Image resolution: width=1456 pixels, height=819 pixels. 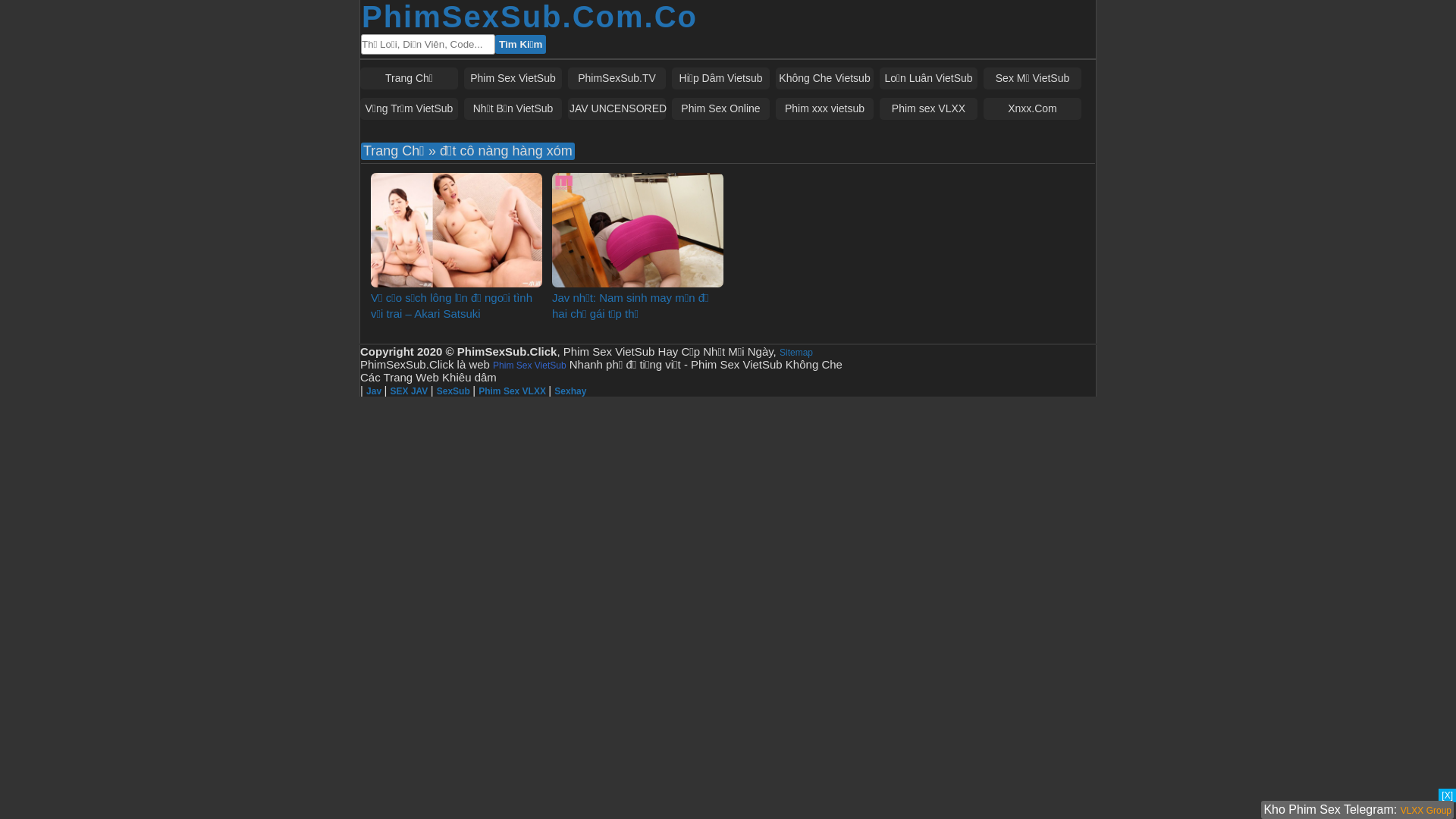 I want to click on 'SEX JAV', so click(x=390, y=391).